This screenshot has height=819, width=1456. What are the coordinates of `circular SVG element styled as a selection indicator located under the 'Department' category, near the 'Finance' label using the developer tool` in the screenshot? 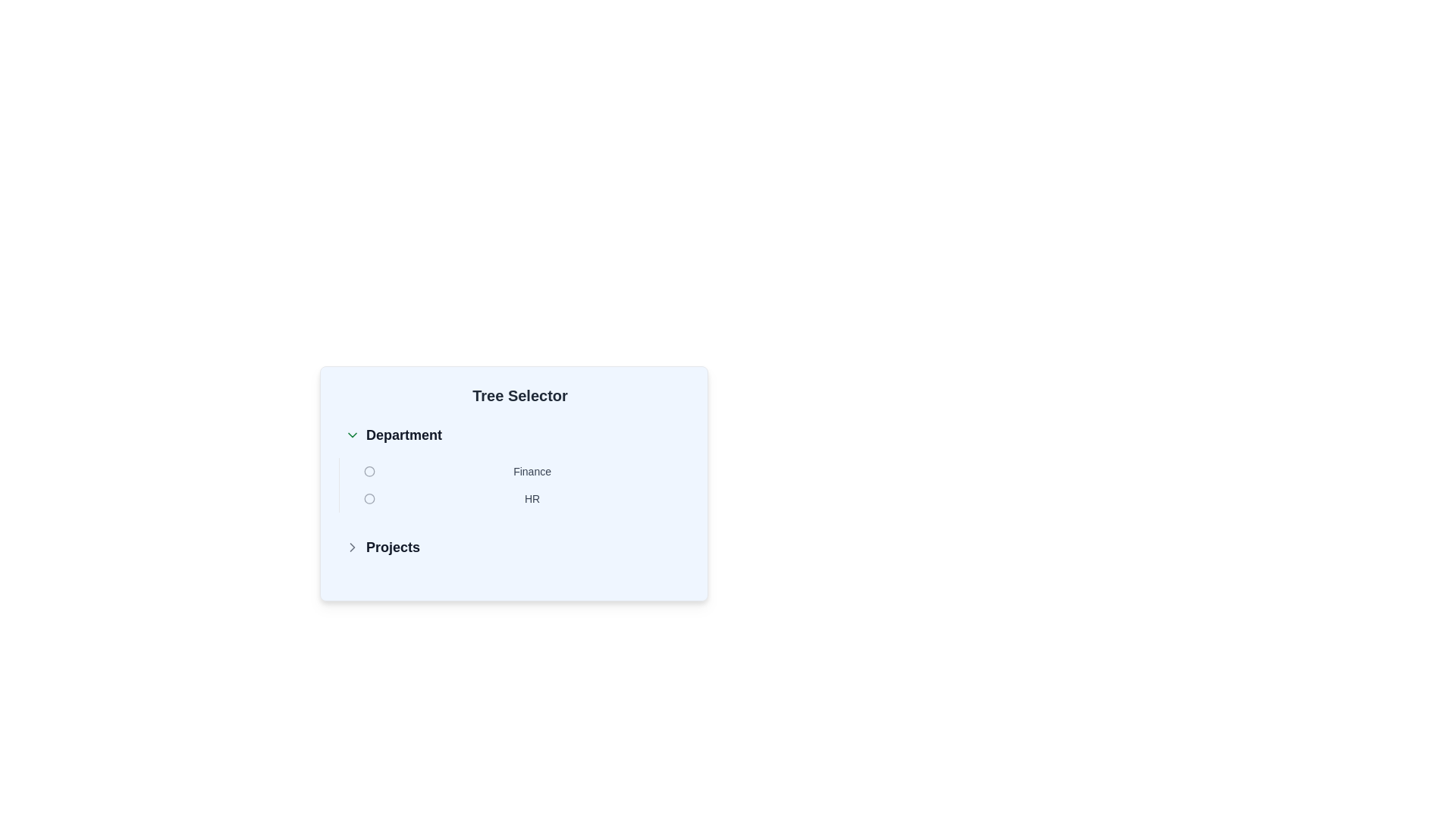 It's located at (369, 470).